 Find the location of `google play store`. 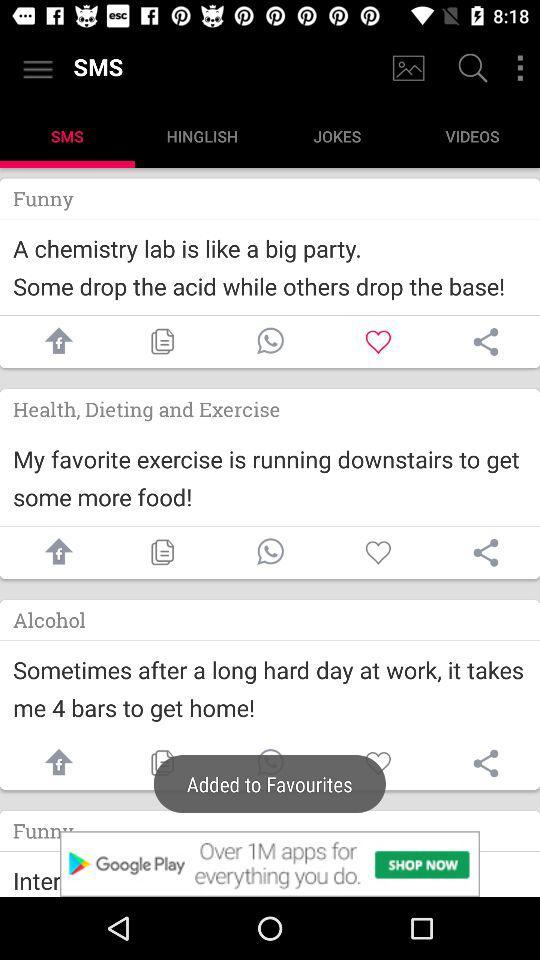

google play store is located at coordinates (270, 863).